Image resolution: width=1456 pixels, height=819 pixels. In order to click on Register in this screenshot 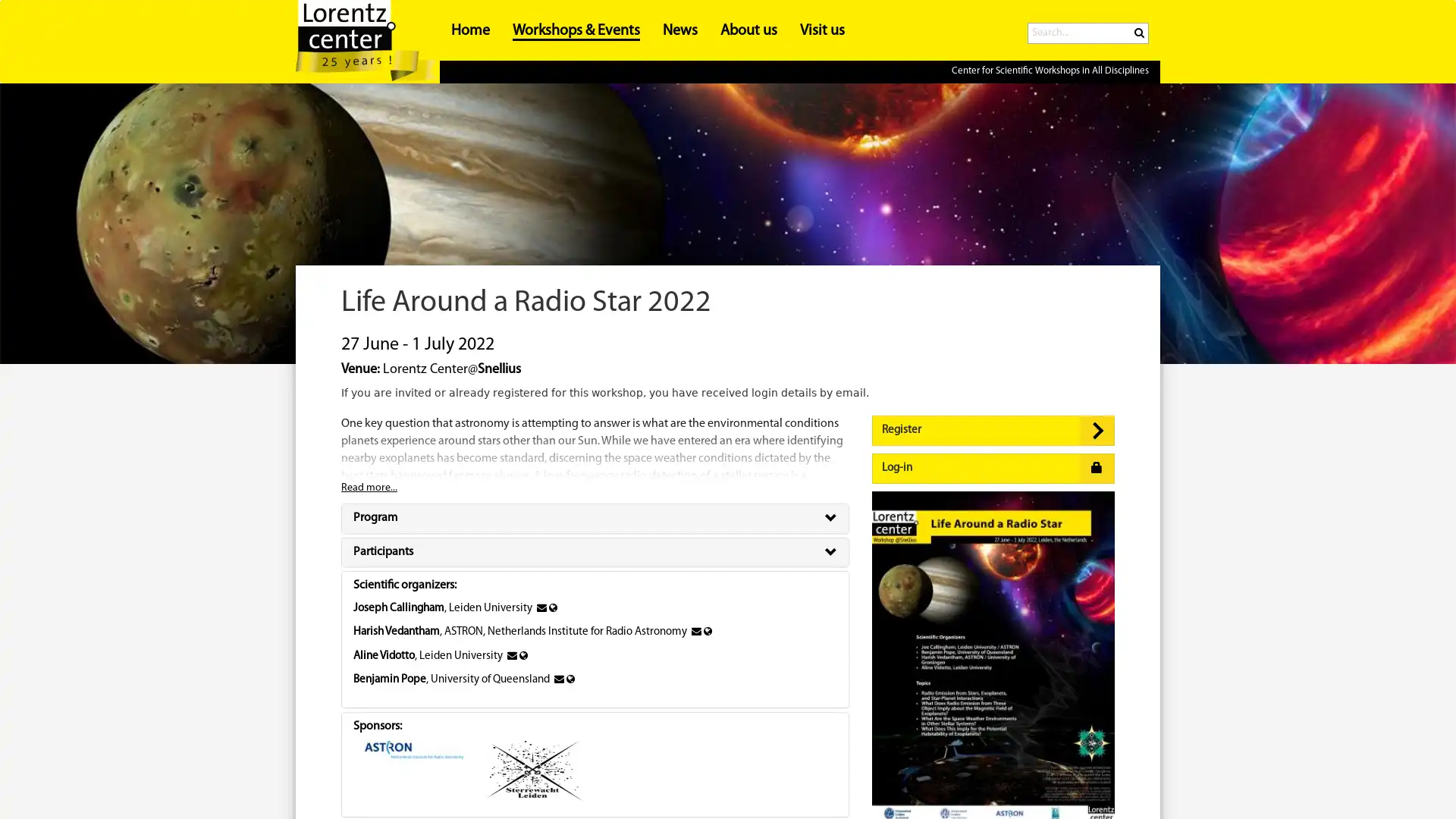, I will do `click(993, 430)`.